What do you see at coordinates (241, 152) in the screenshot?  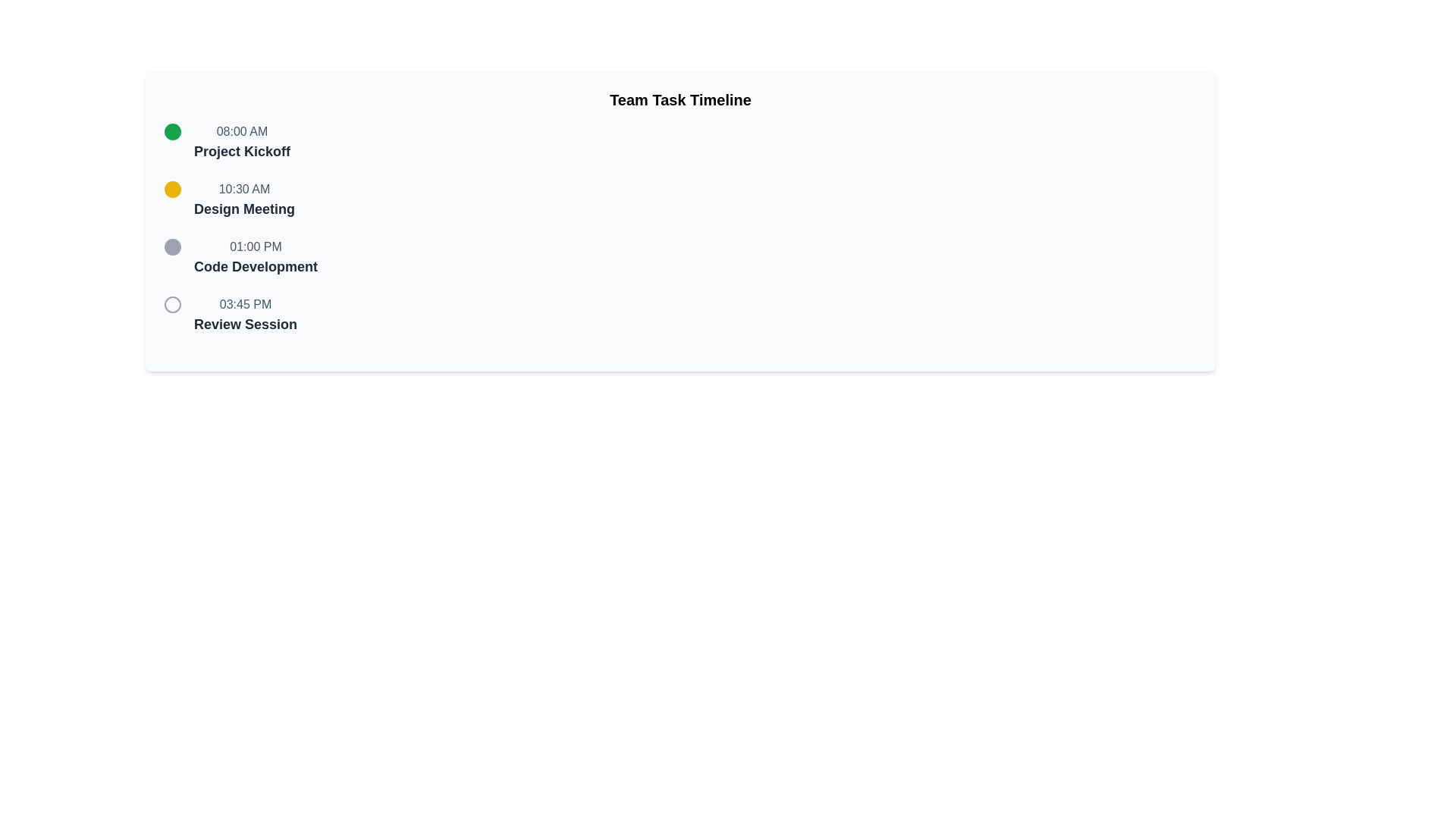 I see `the text label displaying 'Project Kickoff', which is a bold dark gray text located directly below the time marker '08:00 AM' in a vertically aligned timeline layout` at bounding box center [241, 152].